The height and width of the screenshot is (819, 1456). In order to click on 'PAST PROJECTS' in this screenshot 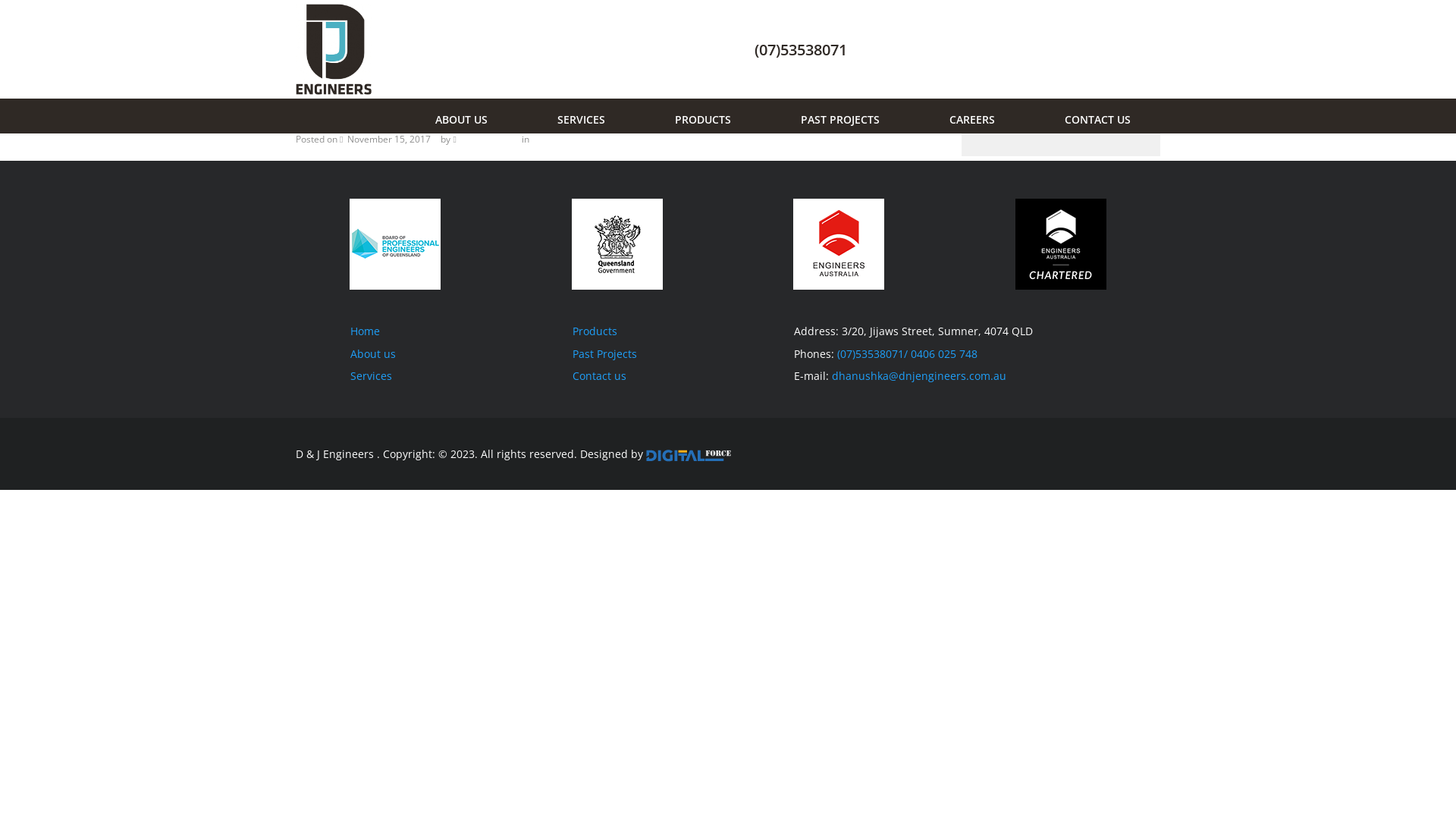, I will do `click(836, 115)`.